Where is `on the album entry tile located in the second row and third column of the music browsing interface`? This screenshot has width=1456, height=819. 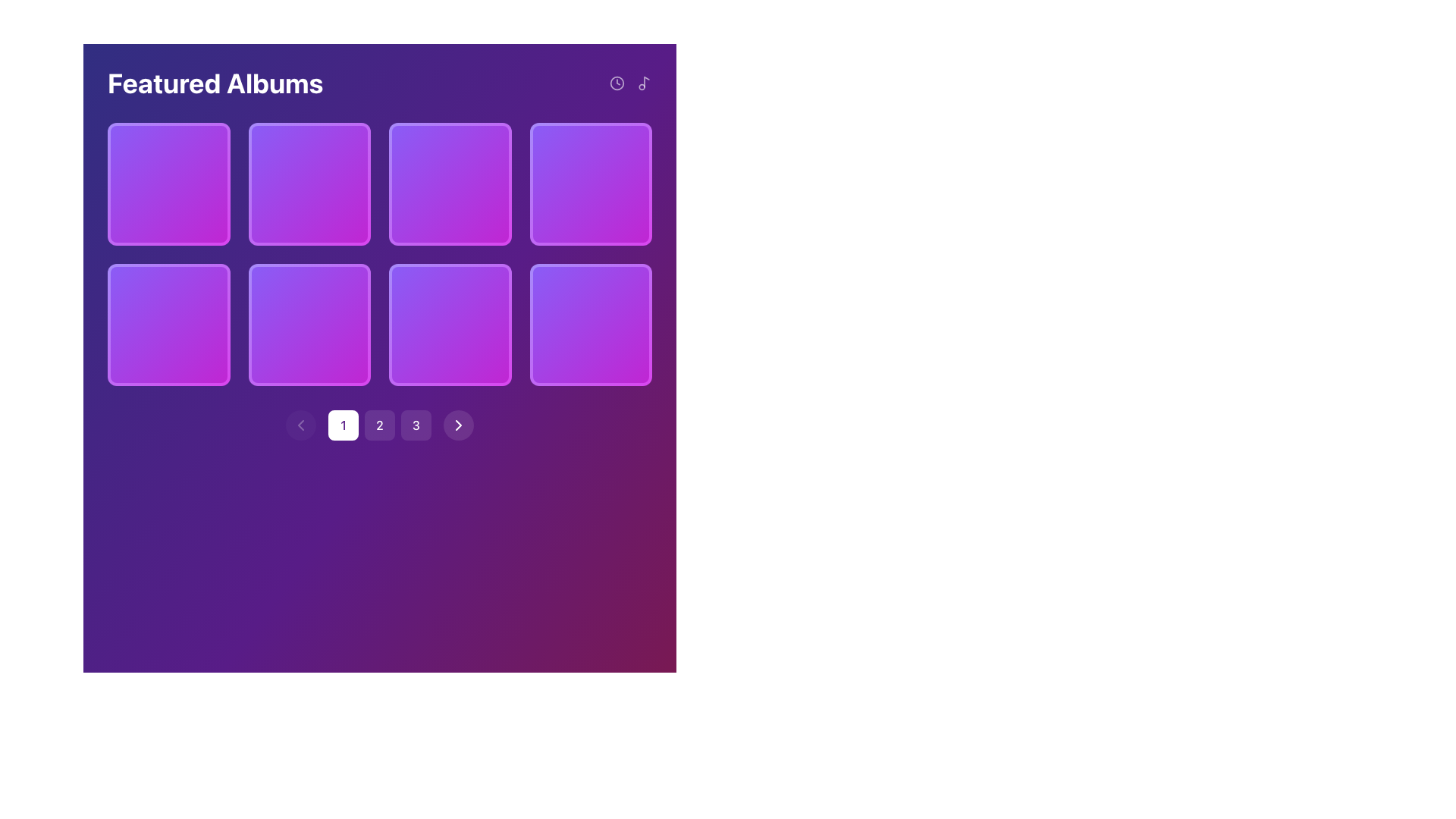
on the album entry tile located in the second row and third column of the music browsing interface is located at coordinates (449, 324).